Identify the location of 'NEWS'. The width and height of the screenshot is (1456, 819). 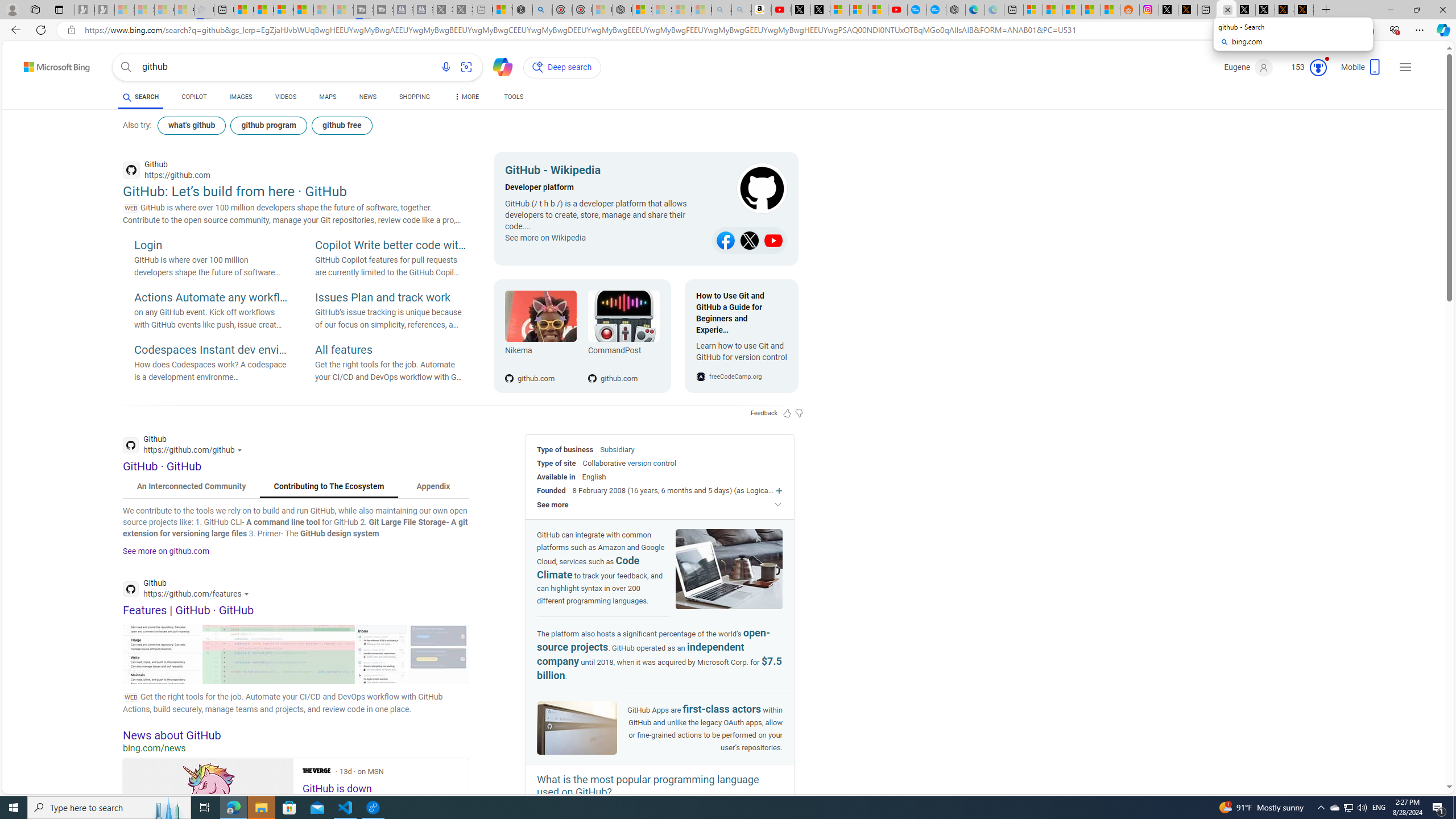
(367, 96).